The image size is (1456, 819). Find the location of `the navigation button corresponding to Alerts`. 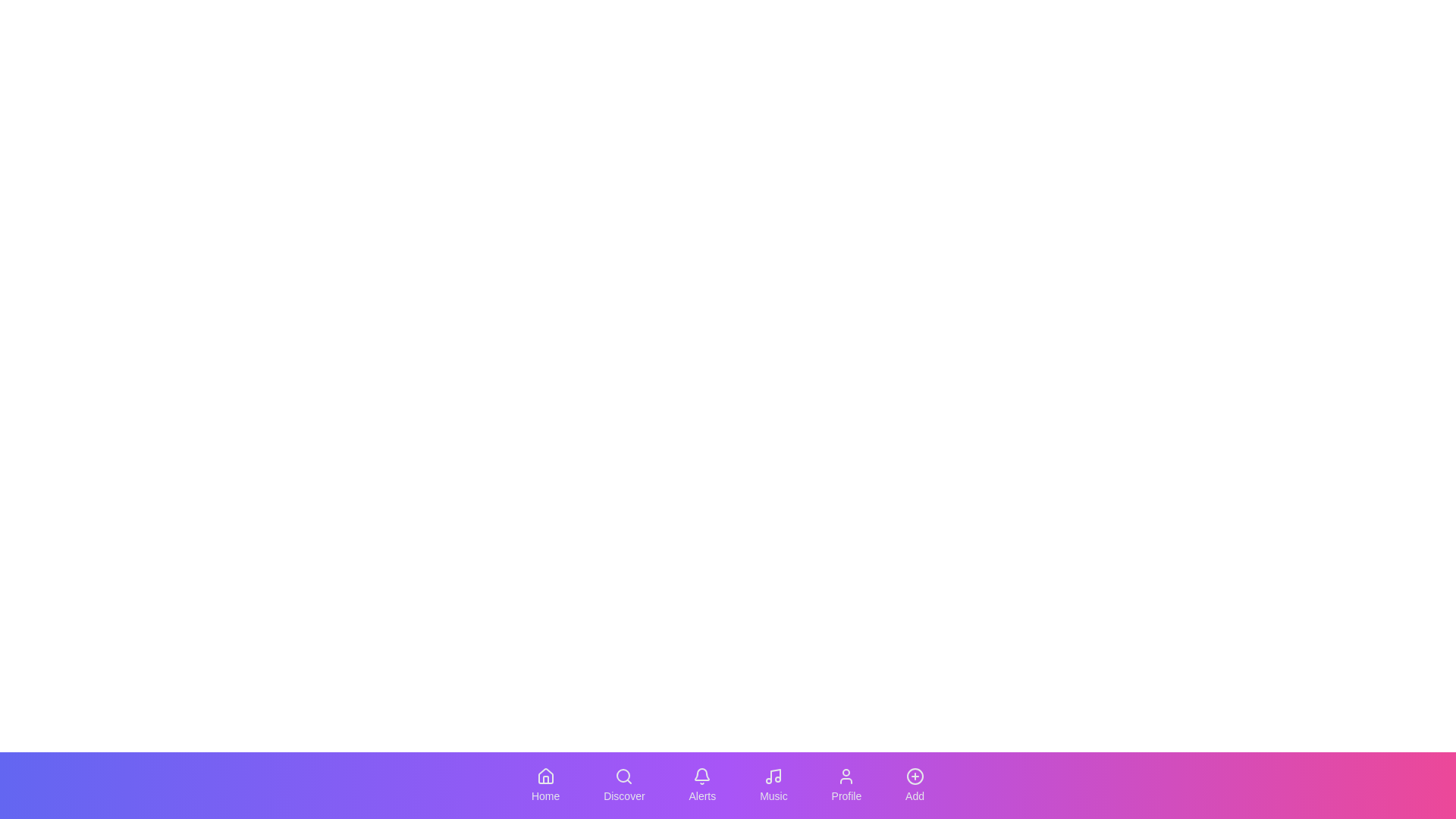

the navigation button corresponding to Alerts is located at coordinates (701, 785).